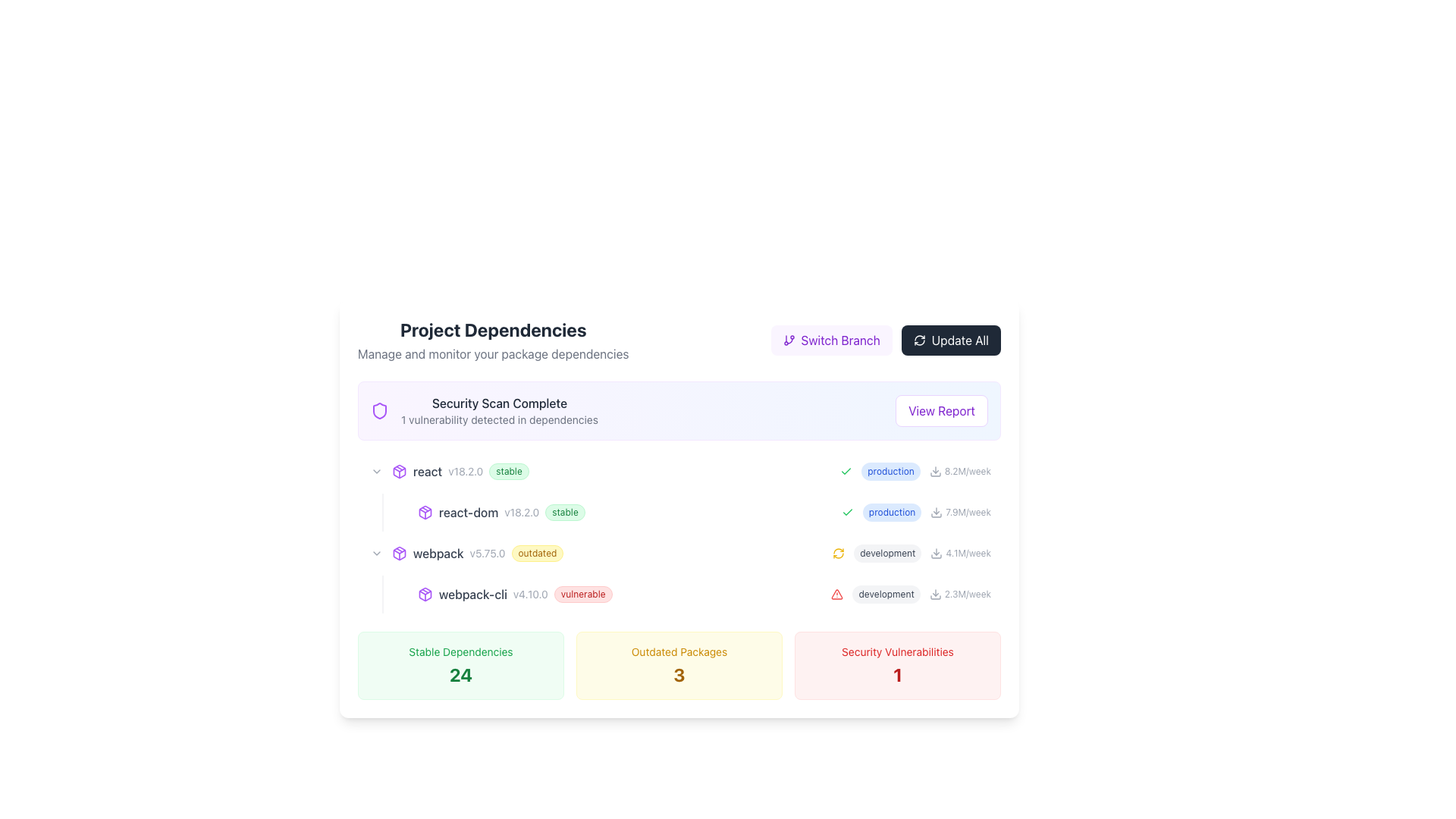 This screenshot has height=819, width=1456. What do you see at coordinates (789, 339) in the screenshot?
I see `the compact icon depicting a branching tree structure, styled with a minimalistic stroke design in purple, located to the left of the 'Switch Branch' text in the button group at the top right corner of the interface` at bounding box center [789, 339].